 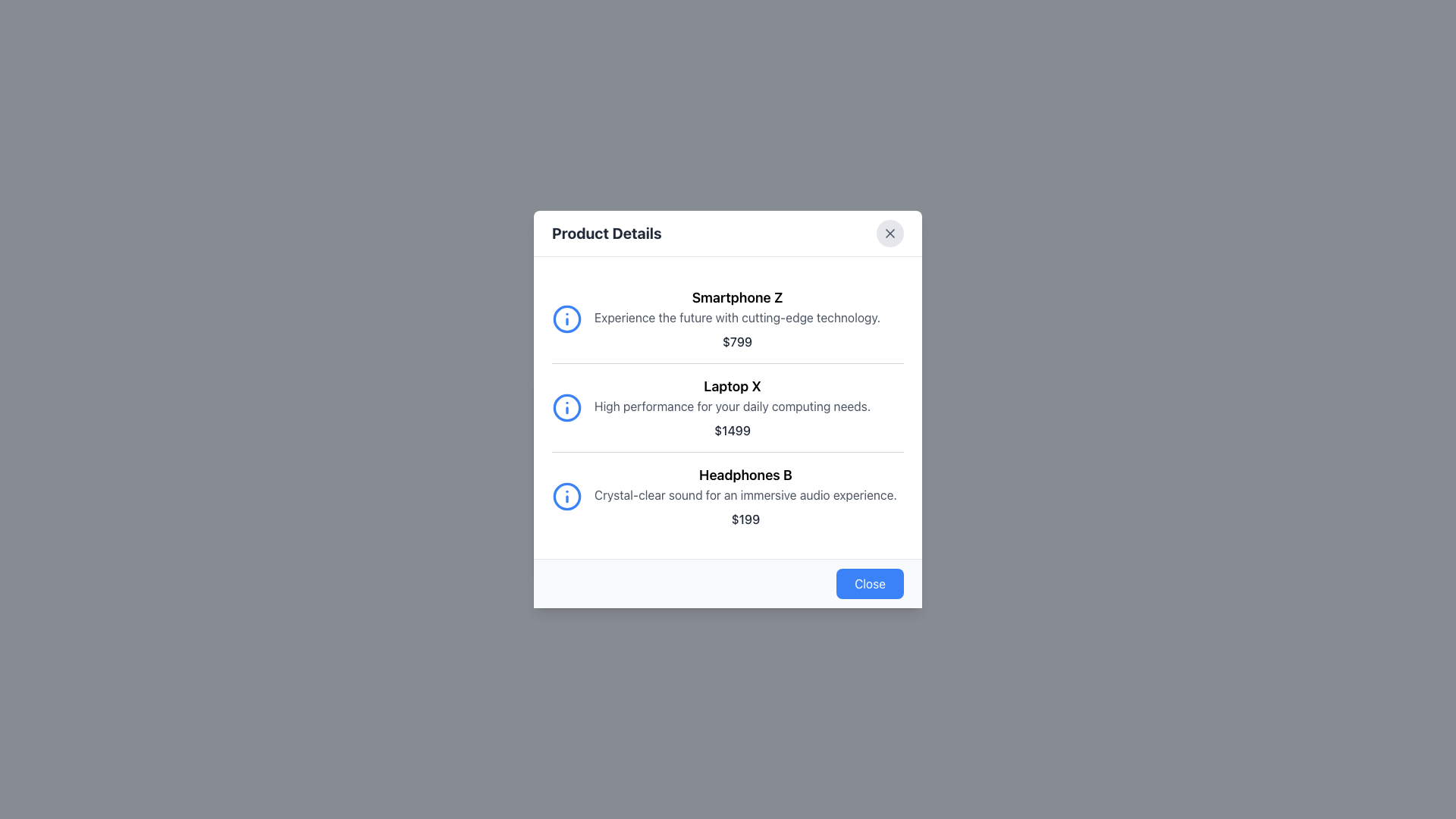 I want to click on text from the bold label displaying 'Product Details' located at the top-left corner of the white content box, so click(x=607, y=234).